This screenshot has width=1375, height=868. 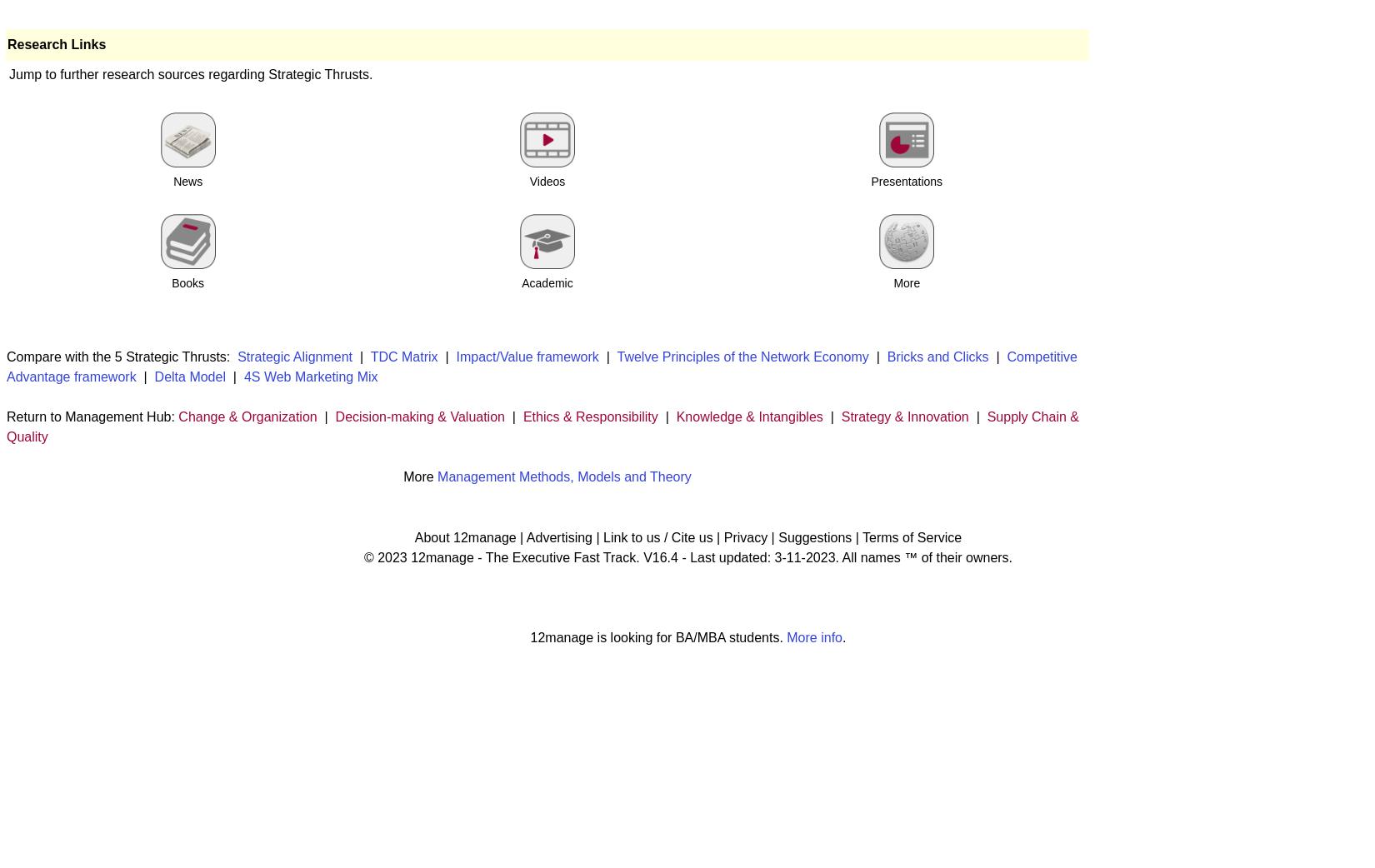 I want to click on 'Terms of Service', so click(x=912, y=536).